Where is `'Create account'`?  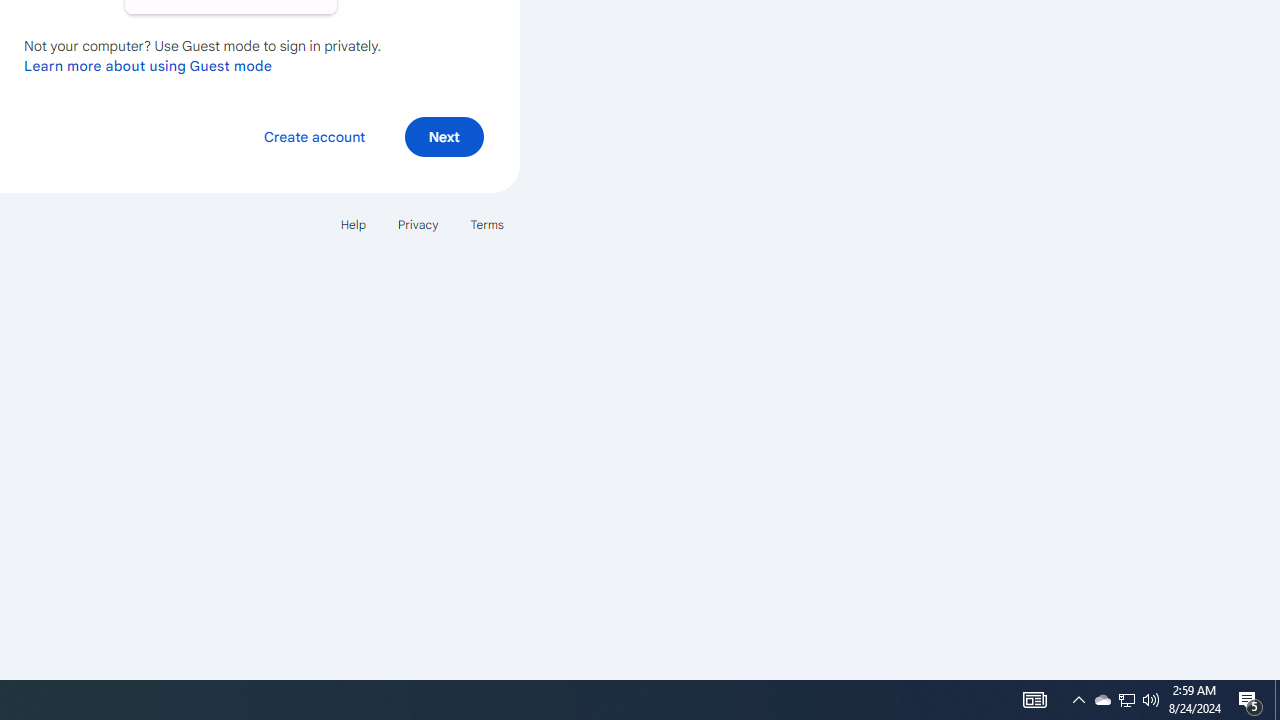
'Create account' is located at coordinates (313, 135).